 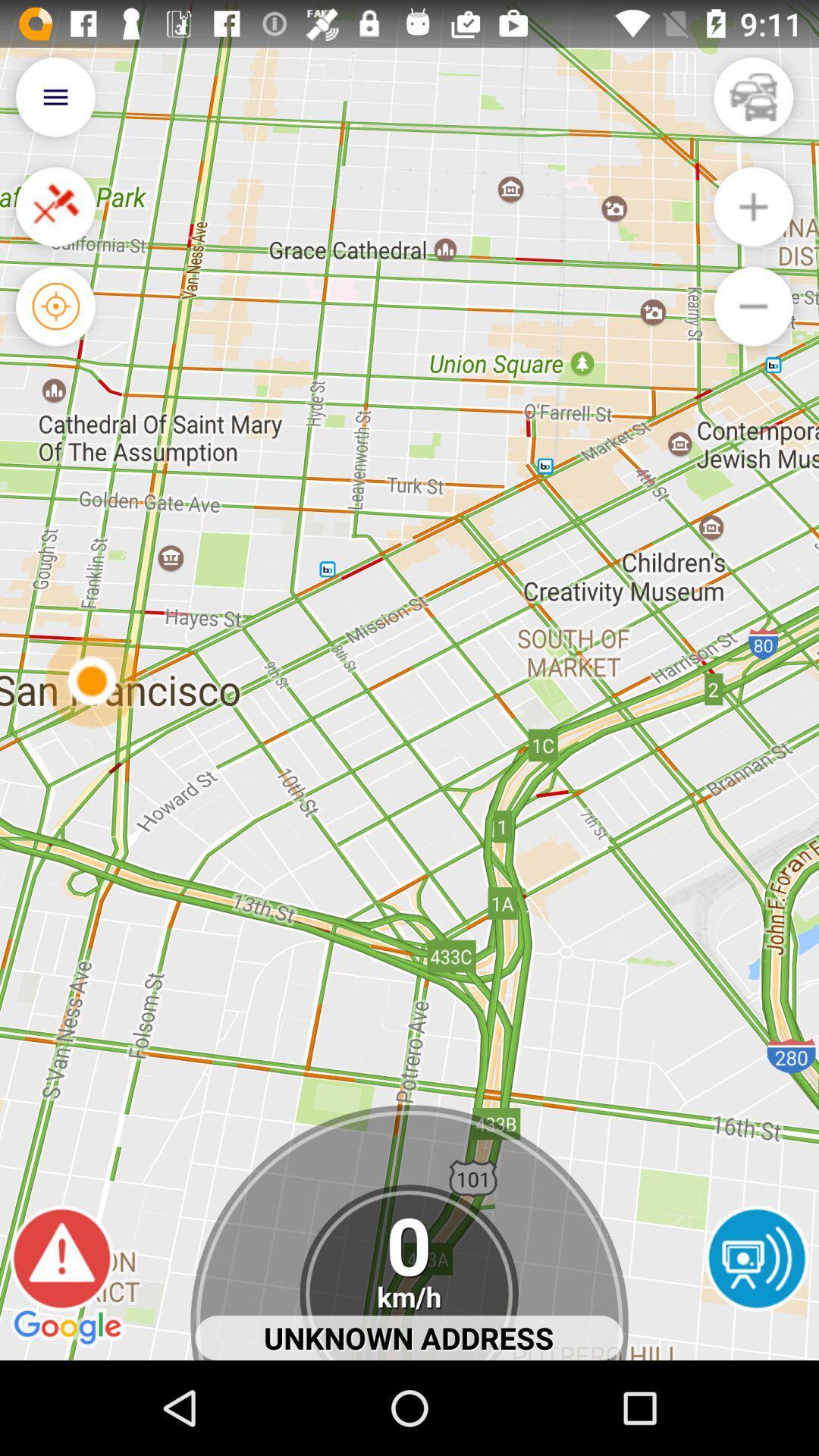 What do you see at coordinates (55, 327) in the screenshot?
I see `the location_crosshair icon` at bounding box center [55, 327].